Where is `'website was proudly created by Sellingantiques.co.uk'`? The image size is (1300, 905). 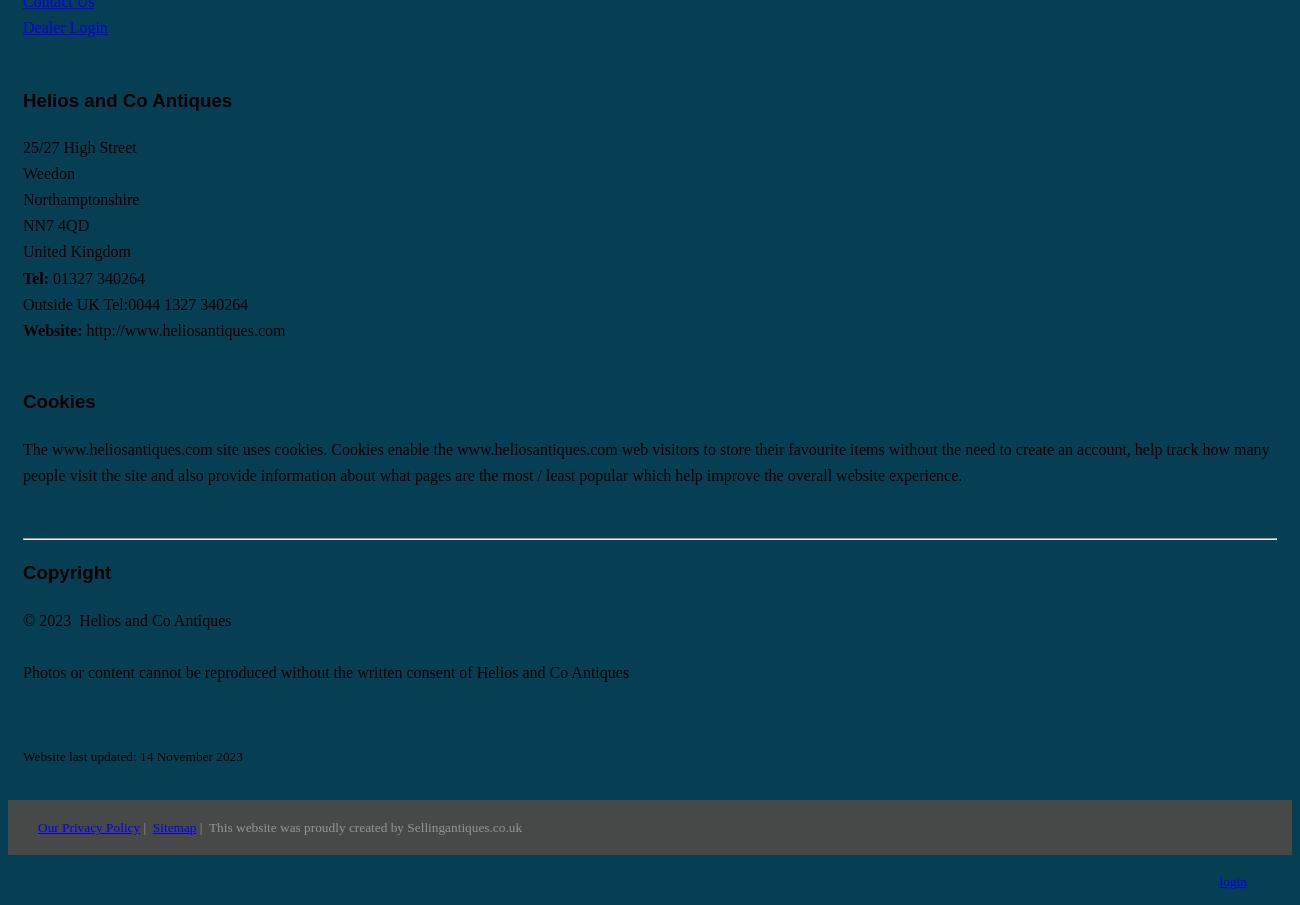
'website was proudly created by Sellingantiques.co.uk' is located at coordinates (234, 826).